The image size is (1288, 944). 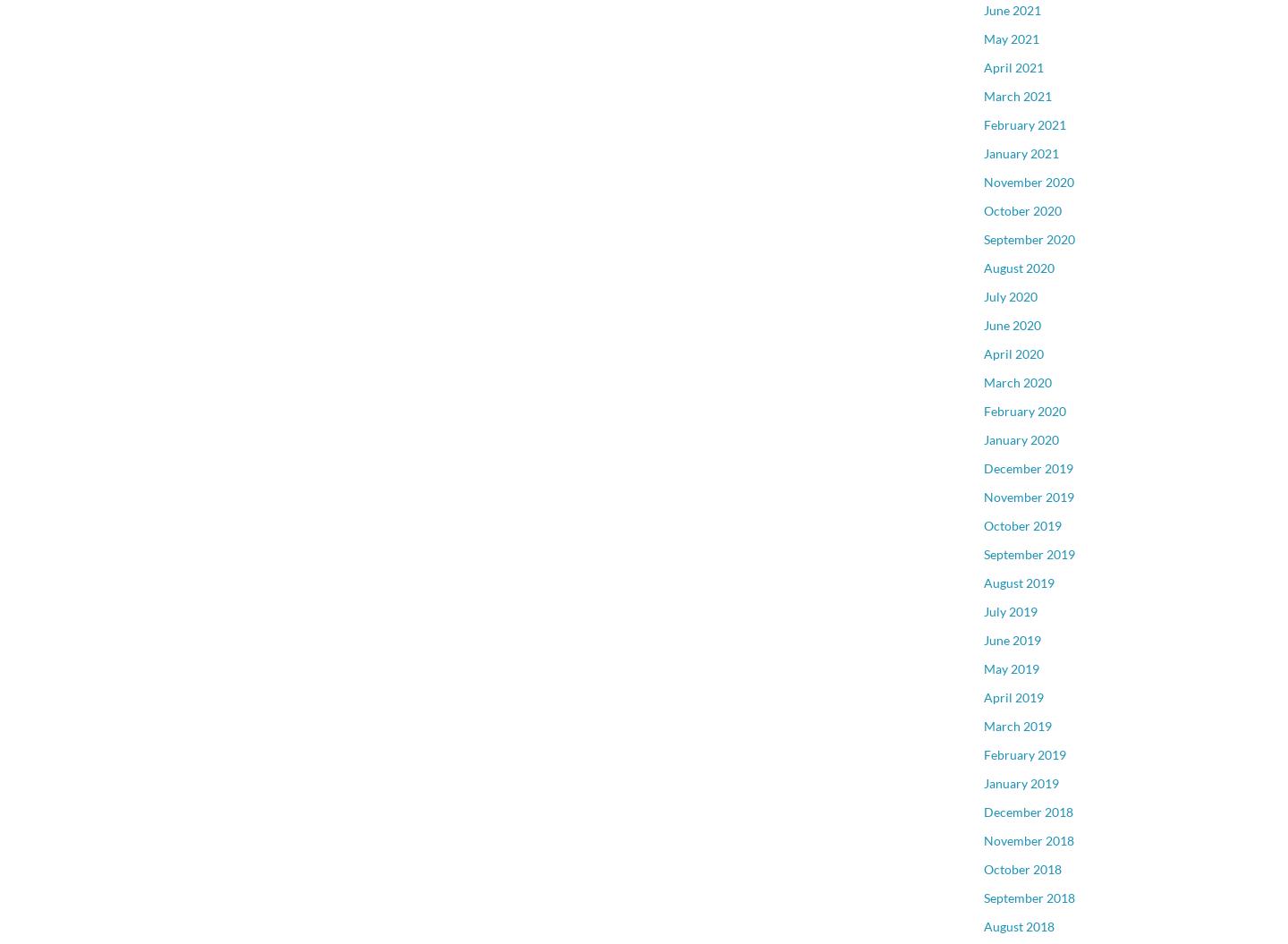 I want to click on 'Pacific Douglas, South Surrey White Rock Real Estate', so click(x=1082, y=94).